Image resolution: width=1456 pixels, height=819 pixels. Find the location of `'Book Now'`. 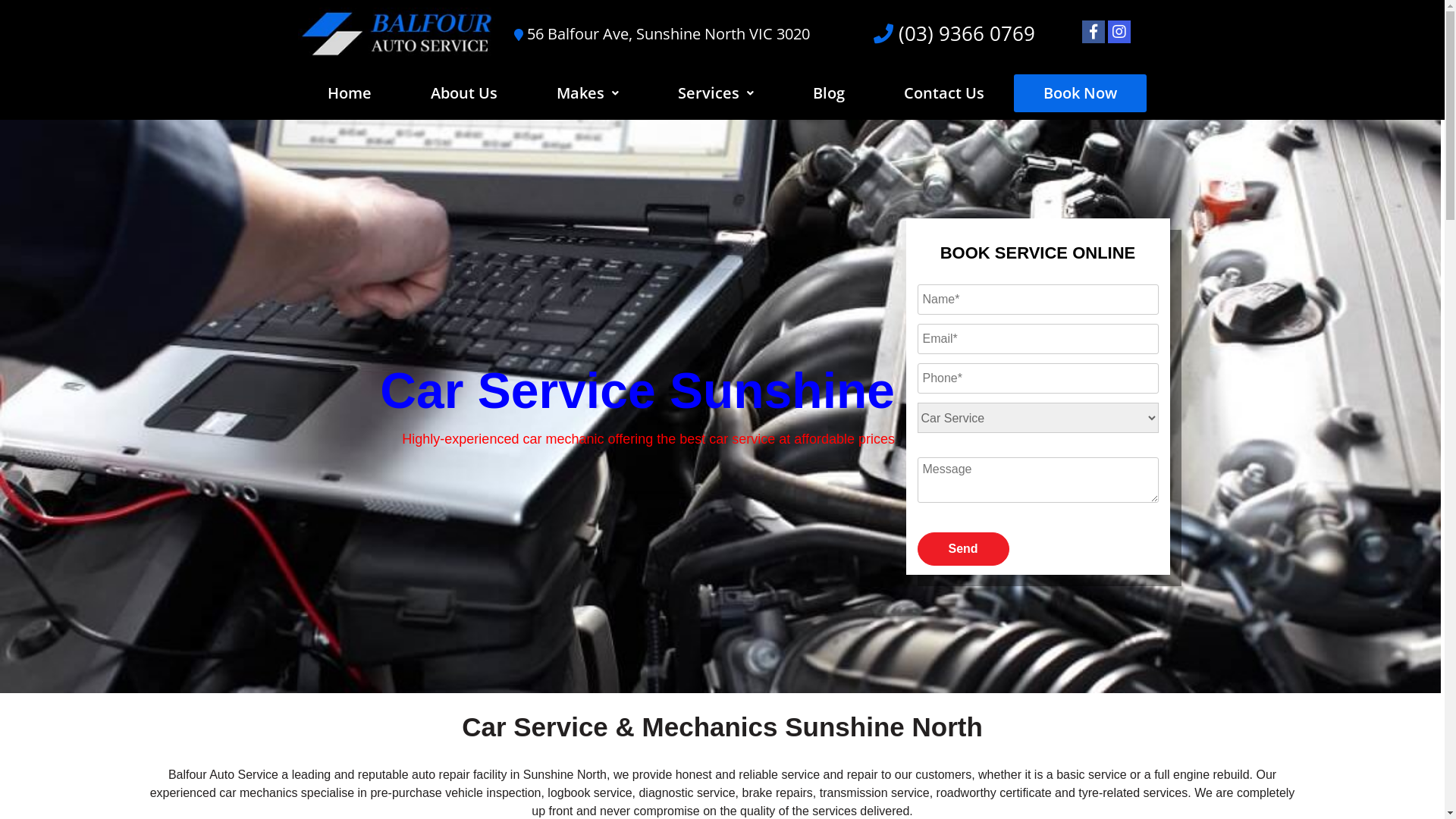

'Book Now' is located at coordinates (1079, 93).